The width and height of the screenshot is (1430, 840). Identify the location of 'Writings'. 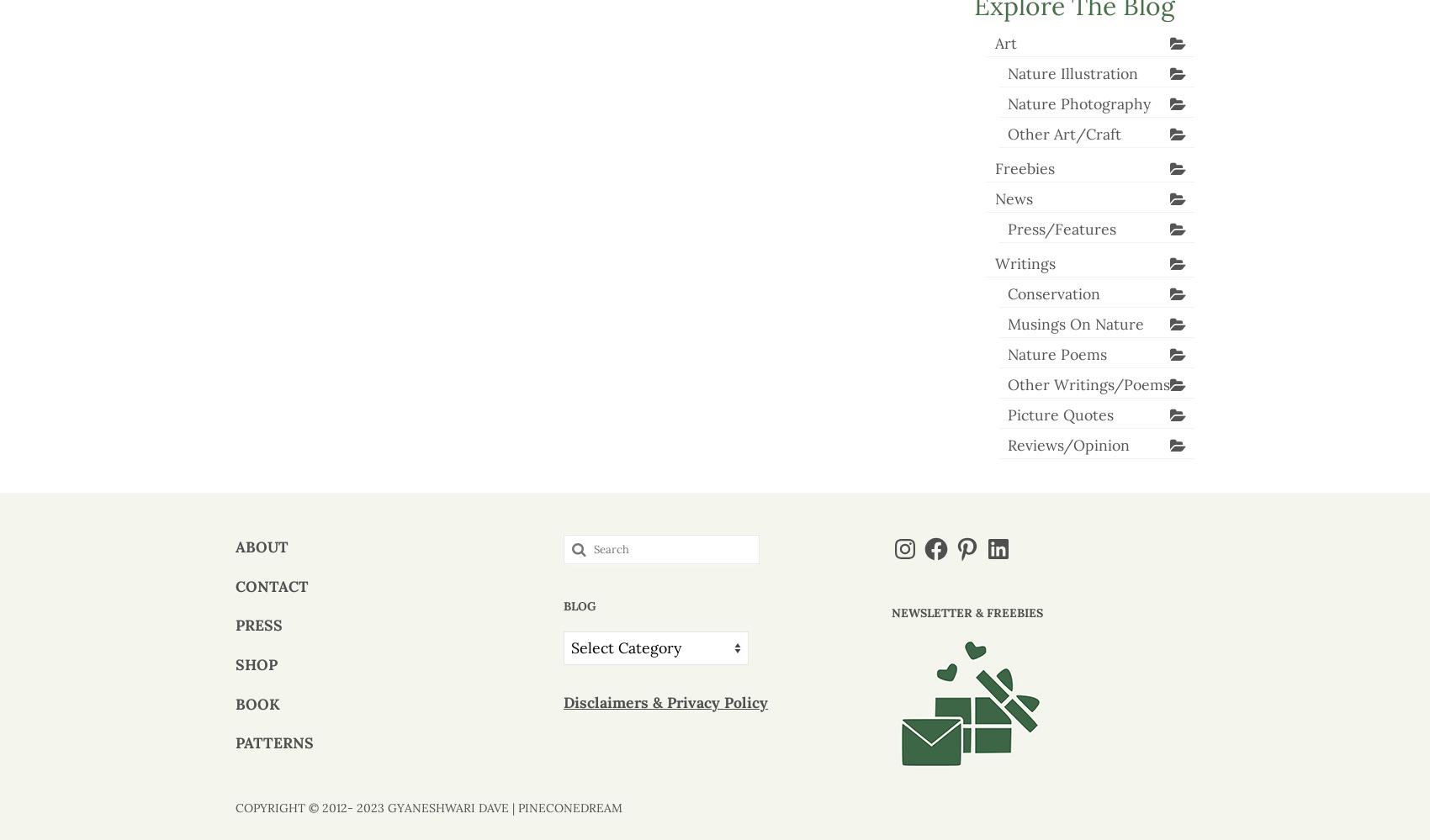
(993, 262).